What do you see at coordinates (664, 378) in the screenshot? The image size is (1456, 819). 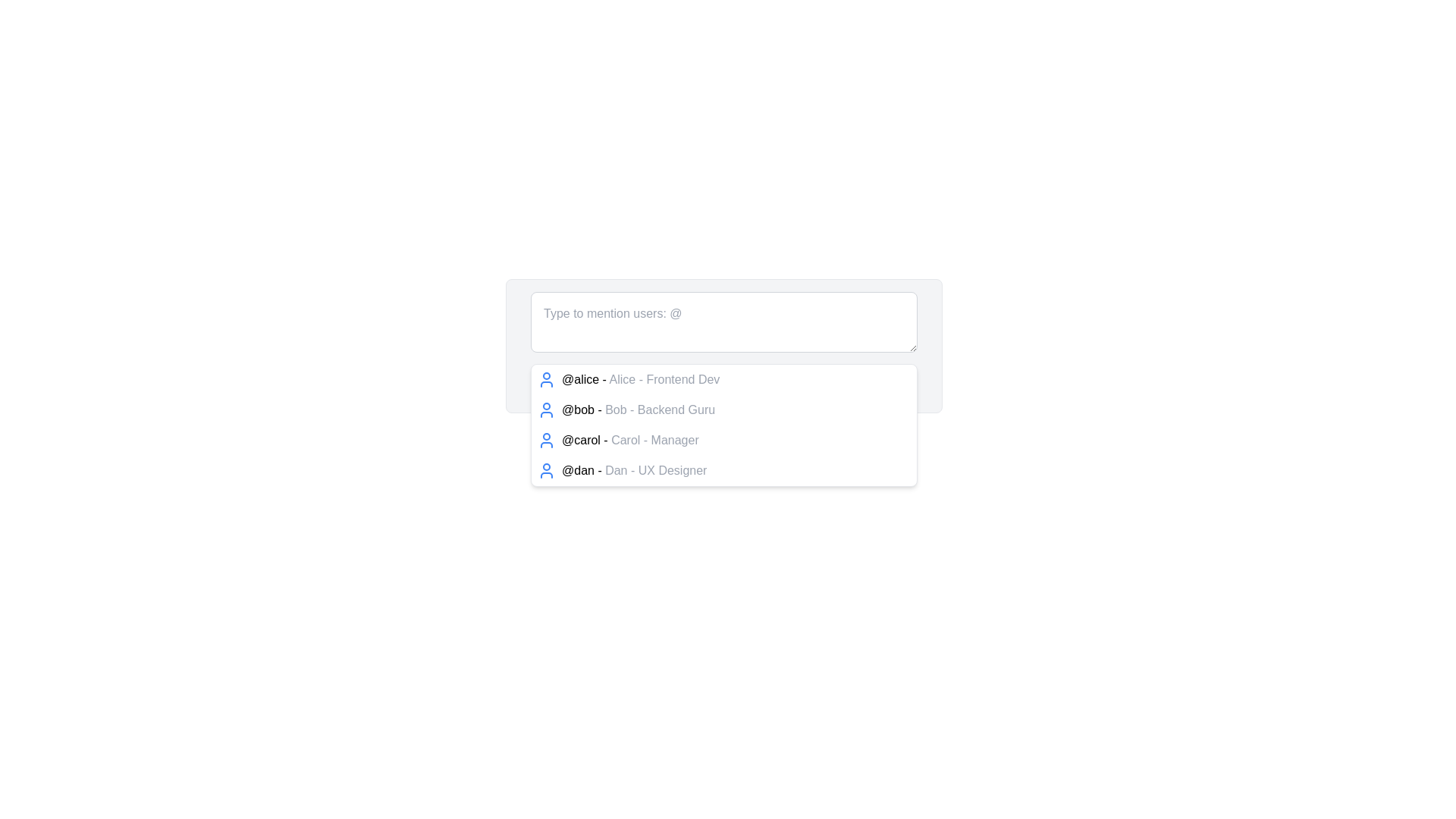 I see `descriptive text about the user '@alice' located in the dropdown list, specifically part of the first entry below the mention input field` at bounding box center [664, 378].